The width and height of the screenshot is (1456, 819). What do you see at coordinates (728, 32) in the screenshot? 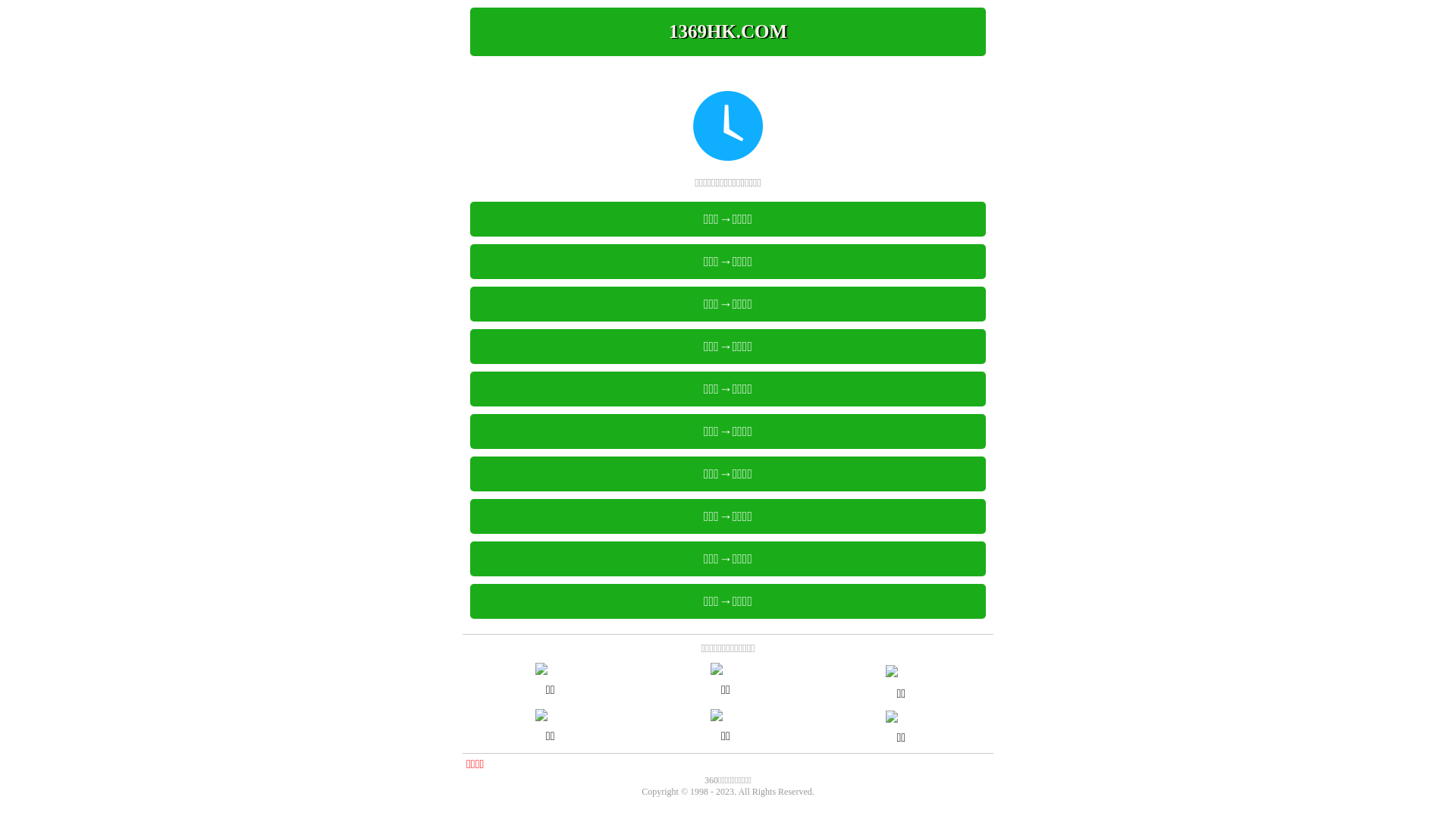
I see `'1369HK.COM'` at bounding box center [728, 32].